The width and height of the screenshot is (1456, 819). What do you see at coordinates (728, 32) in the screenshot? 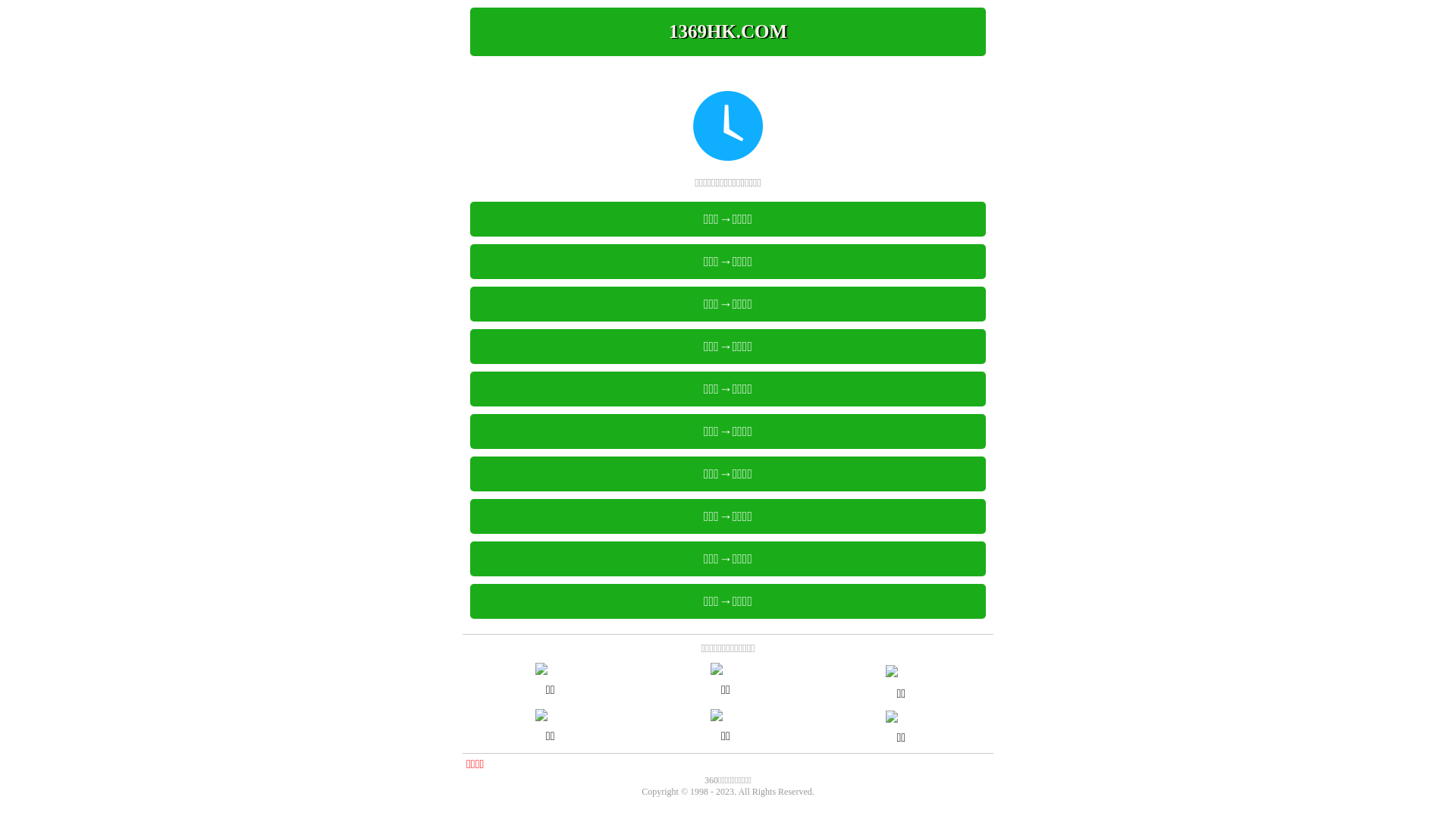
I see `'1369HK.COM'` at bounding box center [728, 32].